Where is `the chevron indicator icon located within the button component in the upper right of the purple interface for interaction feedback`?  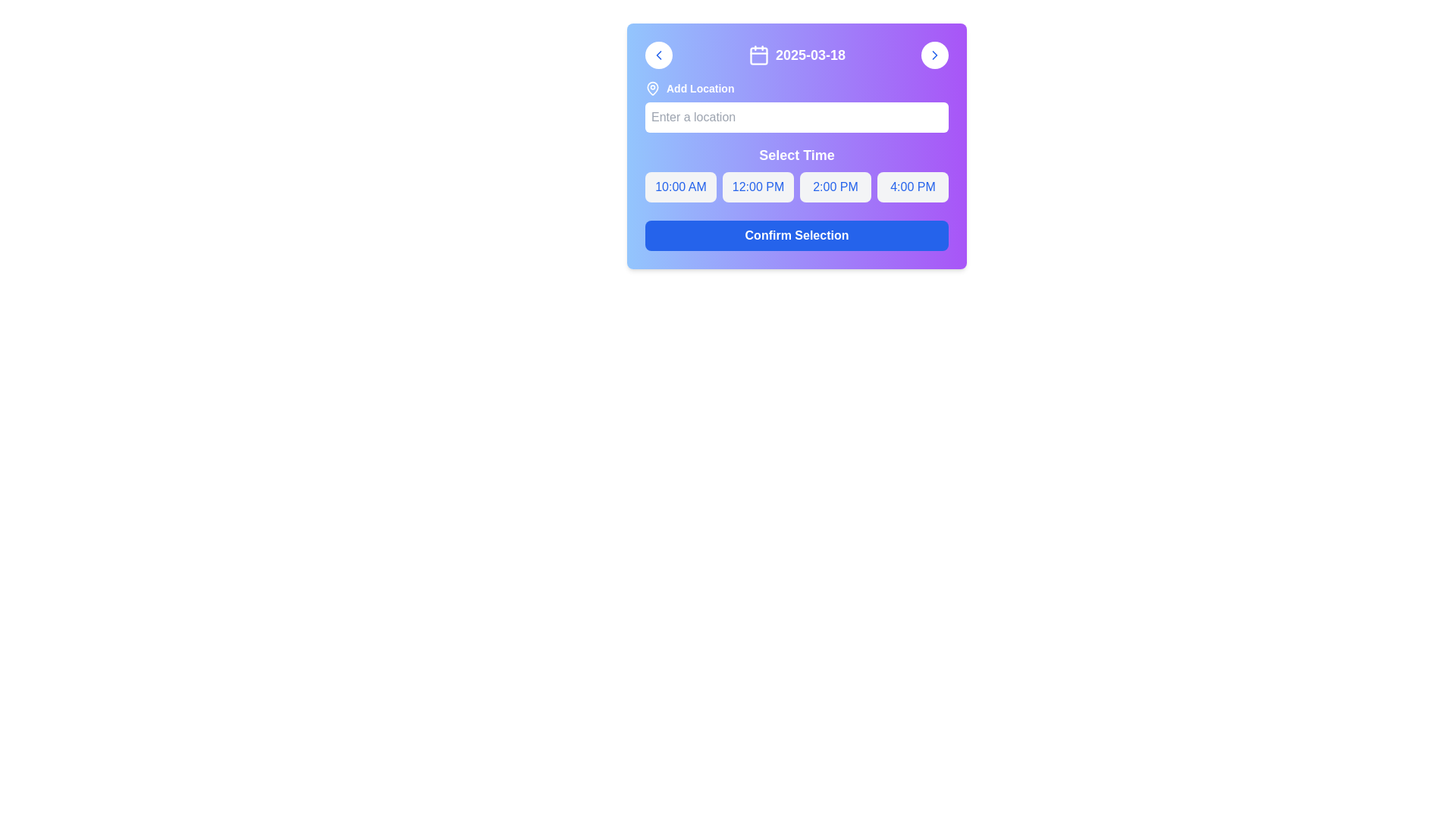
the chevron indicator icon located within the button component in the upper right of the purple interface for interaction feedback is located at coordinates (934, 55).